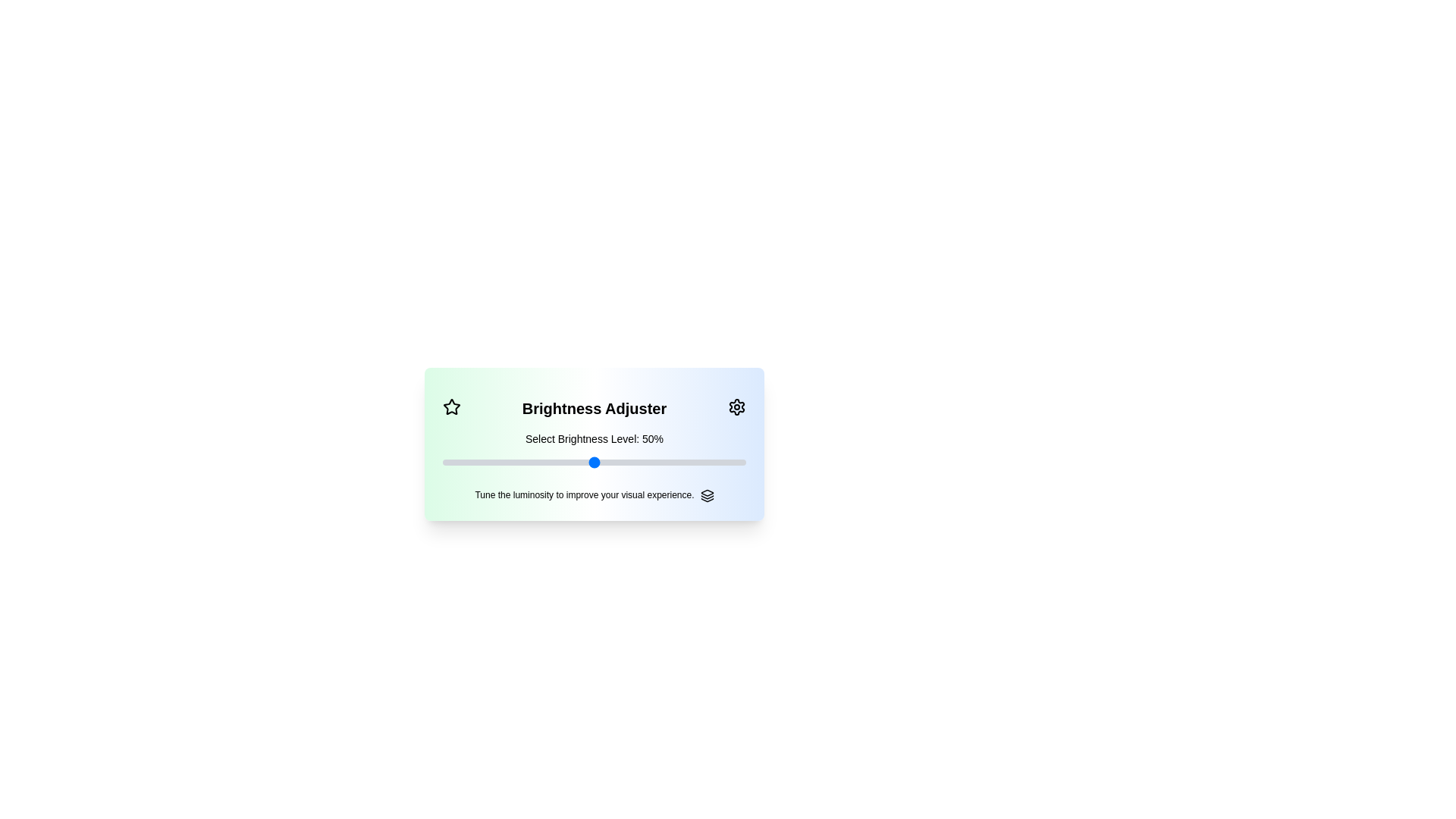 The width and height of the screenshot is (1456, 819). What do you see at coordinates (723, 461) in the screenshot?
I see `the brightness level to 93% by moving the slider` at bounding box center [723, 461].